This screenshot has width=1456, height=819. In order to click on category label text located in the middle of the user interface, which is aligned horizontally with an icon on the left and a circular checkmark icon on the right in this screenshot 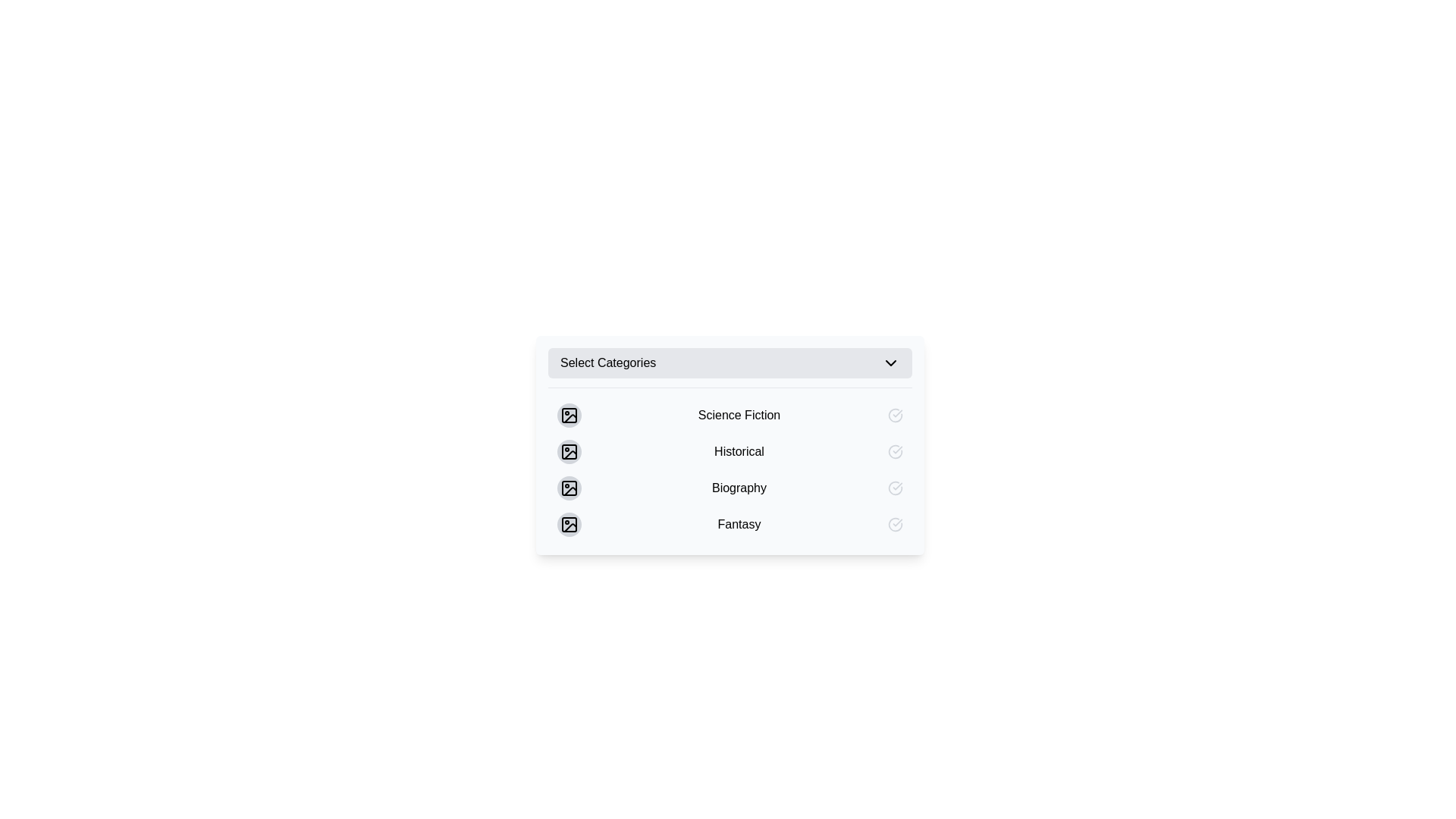, I will do `click(739, 415)`.